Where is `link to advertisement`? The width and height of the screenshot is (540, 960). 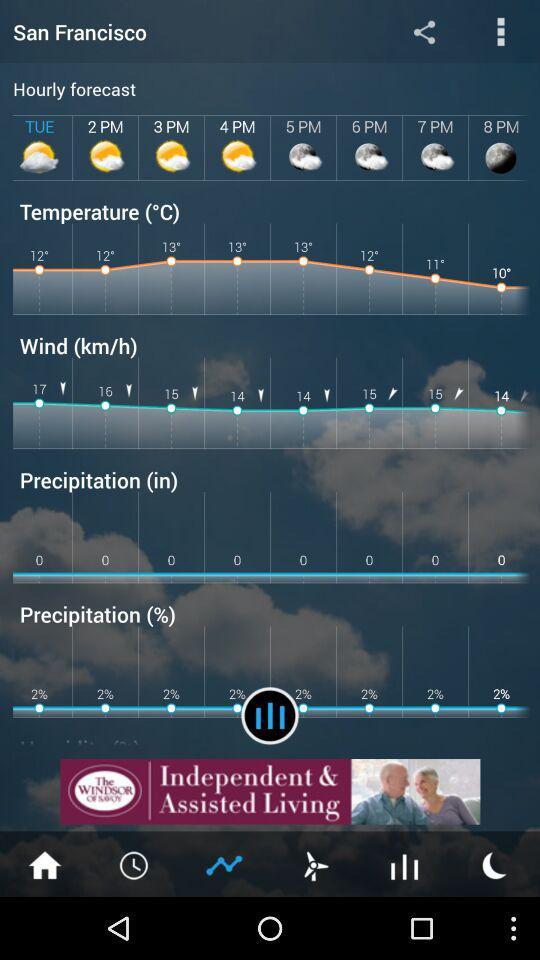 link to advertisement is located at coordinates (270, 791).